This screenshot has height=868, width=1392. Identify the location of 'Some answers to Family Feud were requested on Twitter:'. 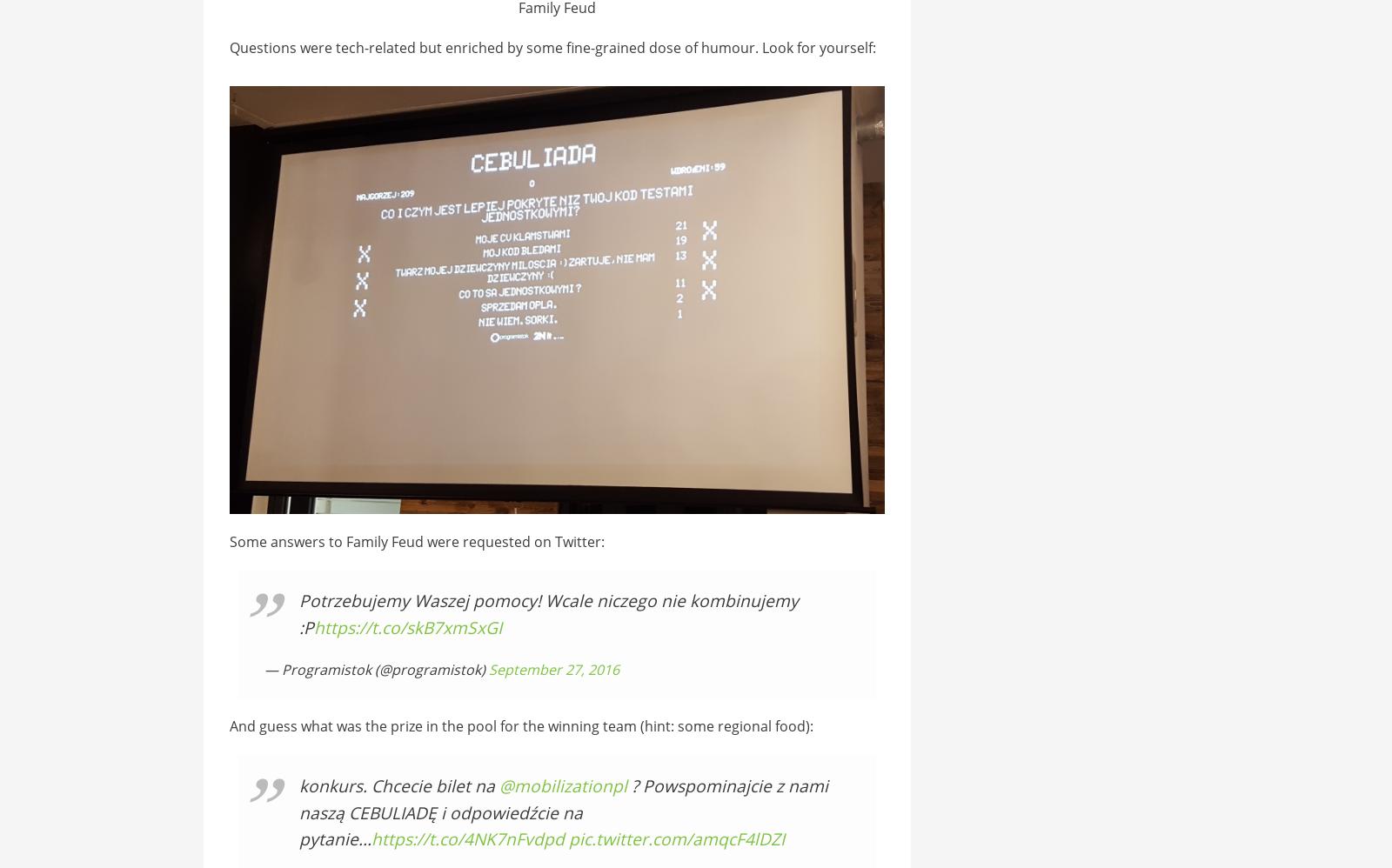
(415, 540).